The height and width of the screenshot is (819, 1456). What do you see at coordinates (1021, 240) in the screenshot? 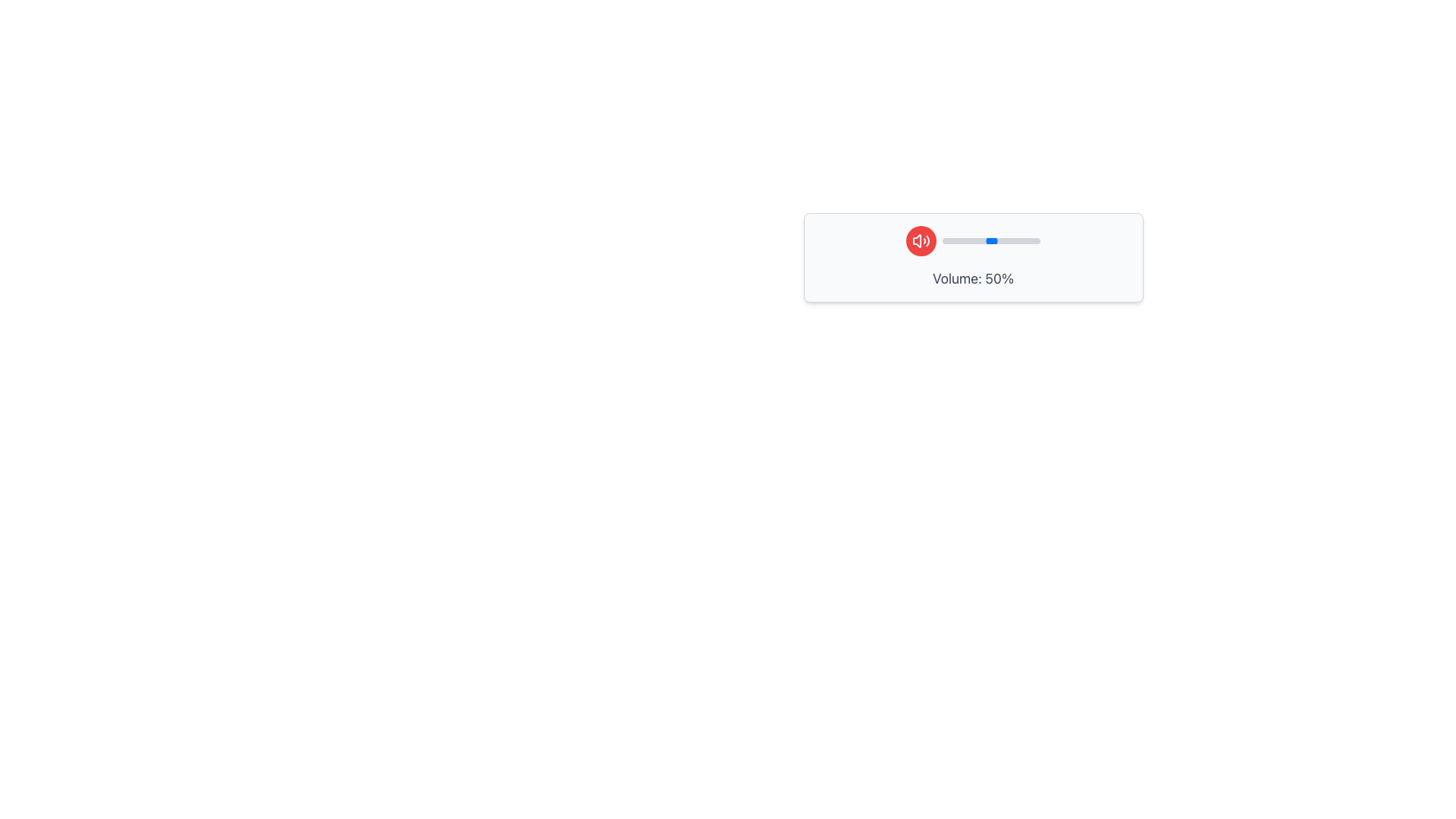
I see `volume` at bounding box center [1021, 240].